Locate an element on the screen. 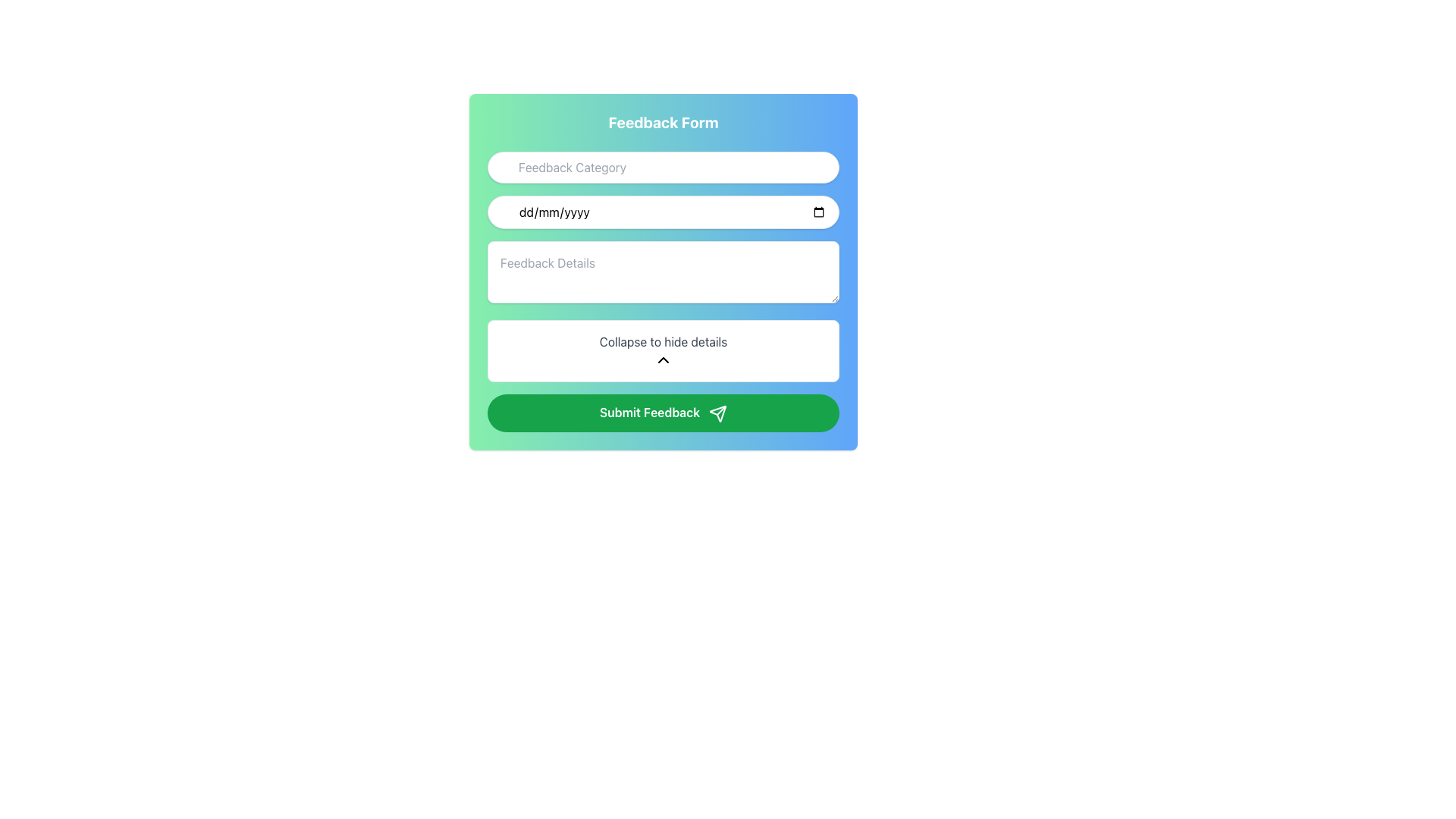  the Header Text displaying 'Feedback Form', which is bold and white, centered within a gradient background is located at coordinates (663, 122).